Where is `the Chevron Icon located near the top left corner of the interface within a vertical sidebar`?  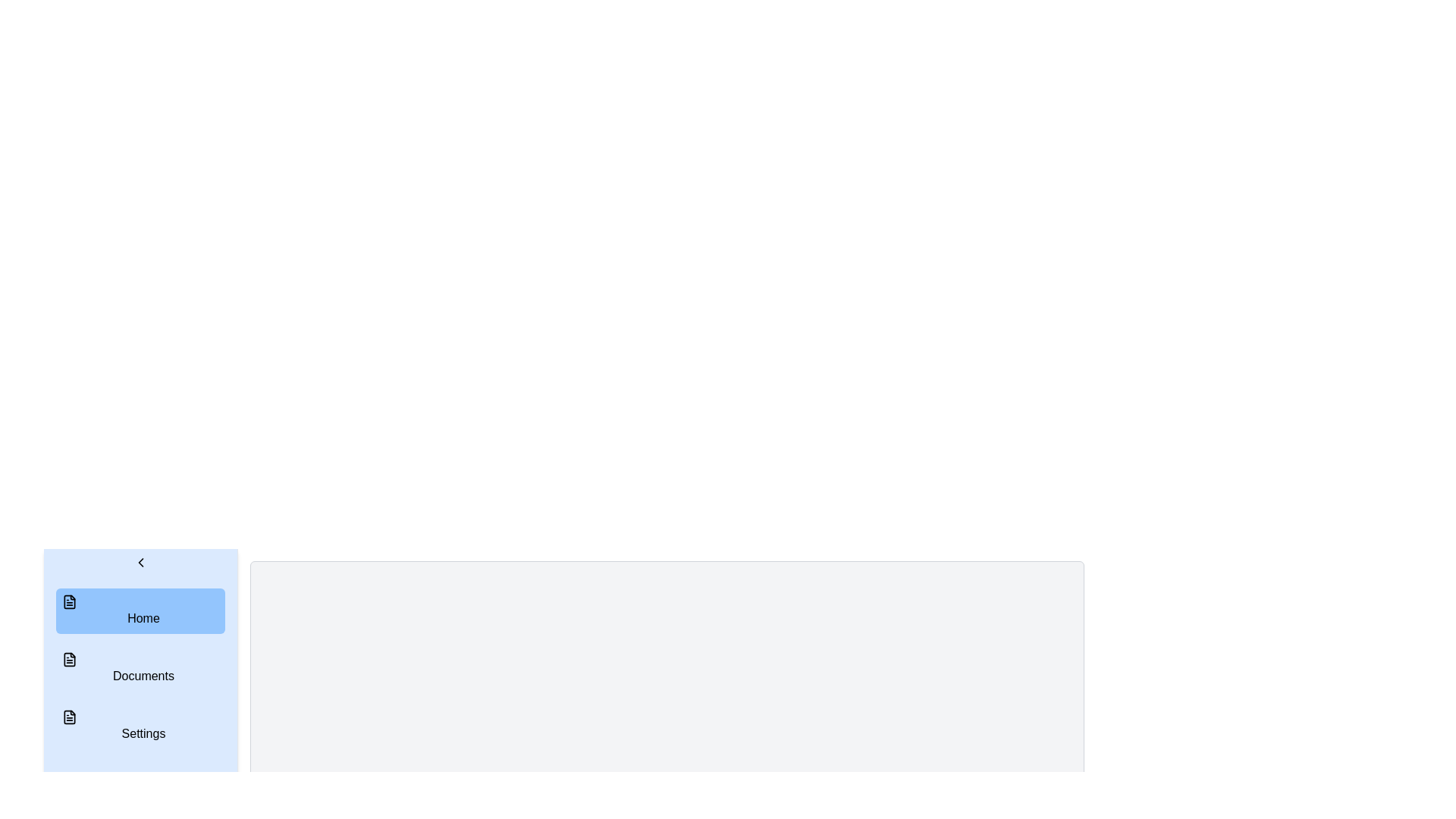 the Chevron Icon located near the top left corner of the interface within a vertical sidebar is located at coordinates (140, 562).